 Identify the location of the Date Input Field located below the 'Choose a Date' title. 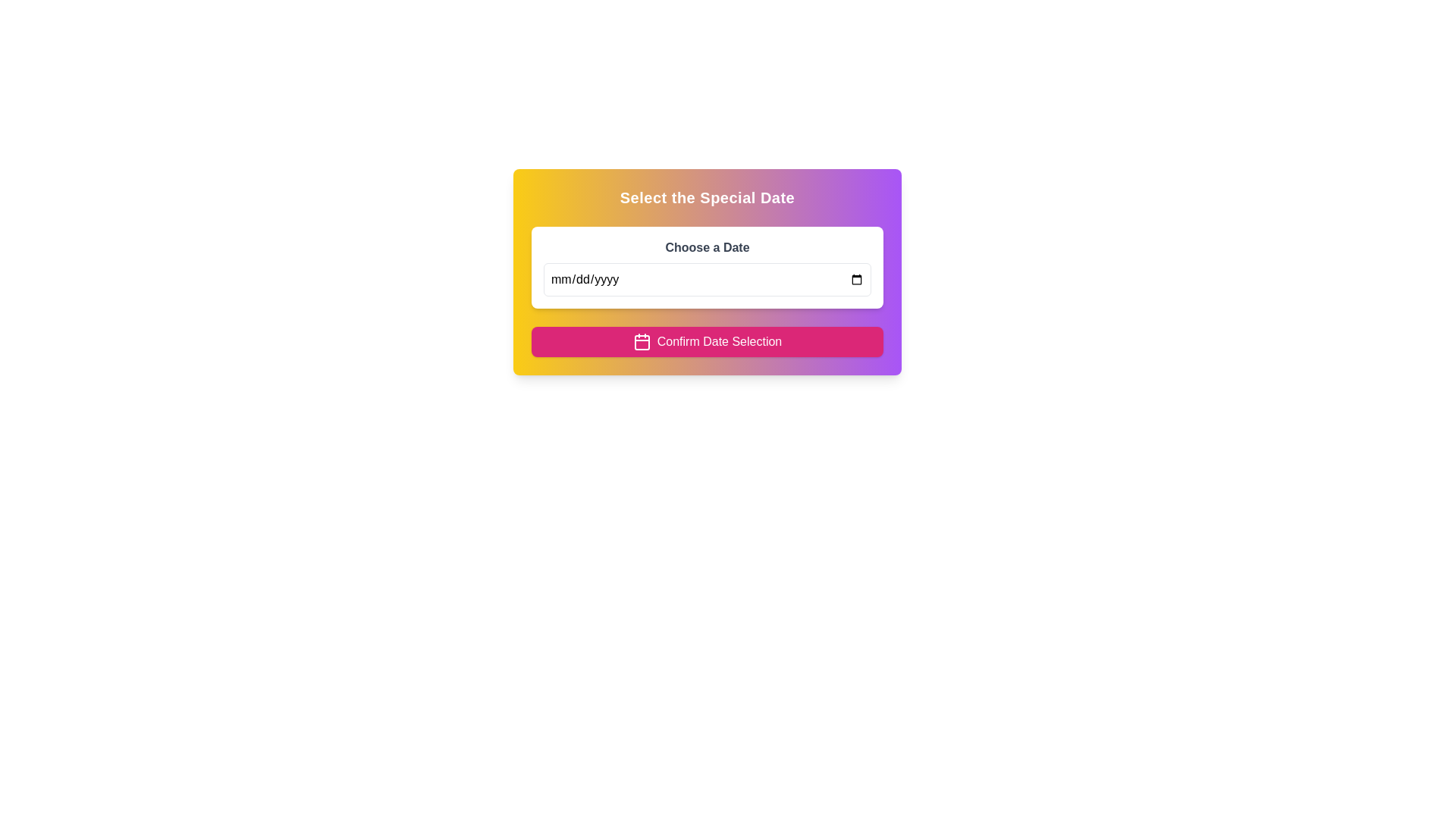
(706, 280).